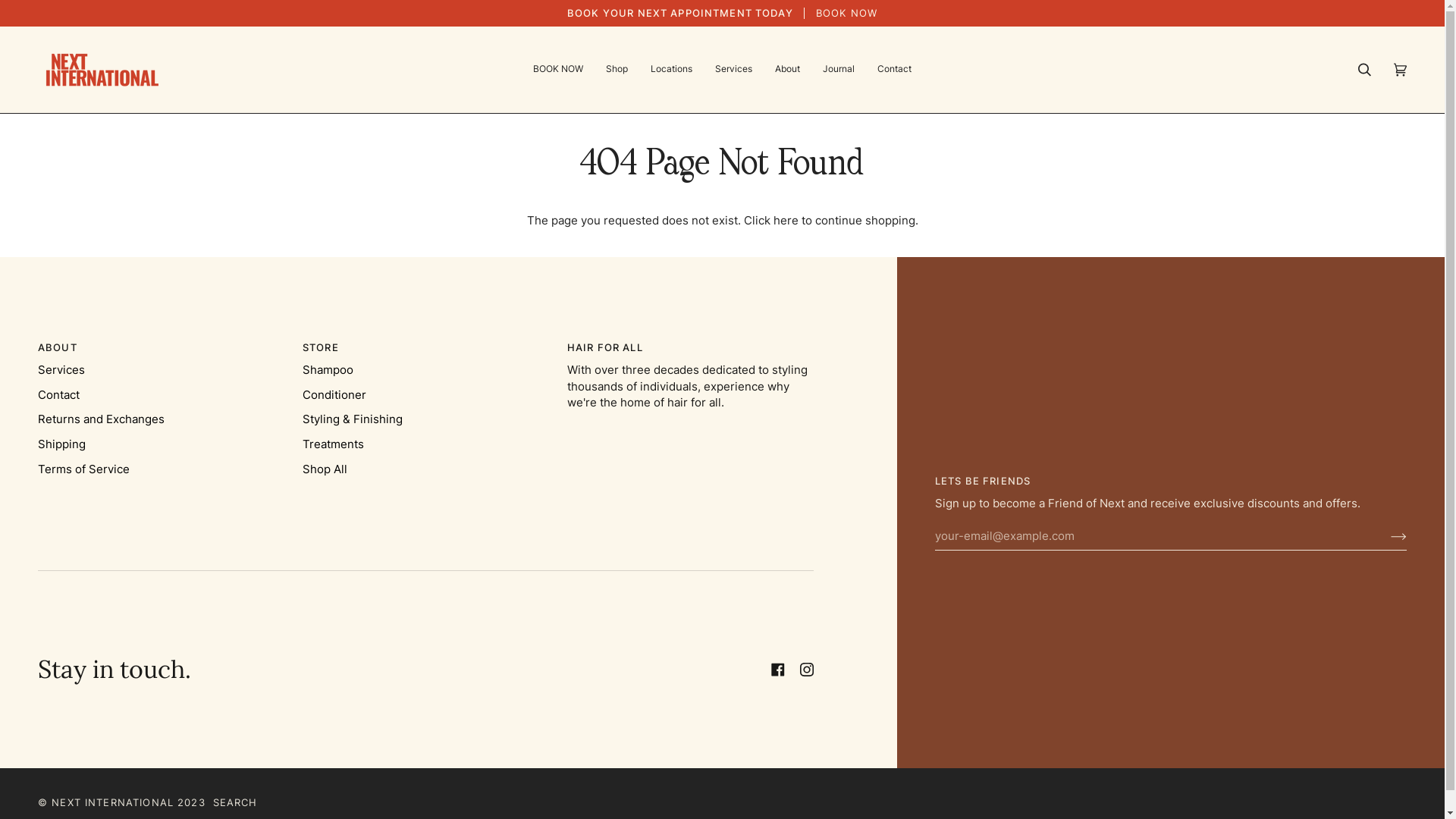 The image size is (1456, 819). What do you see at coordinates (61, 444) in the screenshot?
I see `'Shipping'` at bounding box center [61, 444].